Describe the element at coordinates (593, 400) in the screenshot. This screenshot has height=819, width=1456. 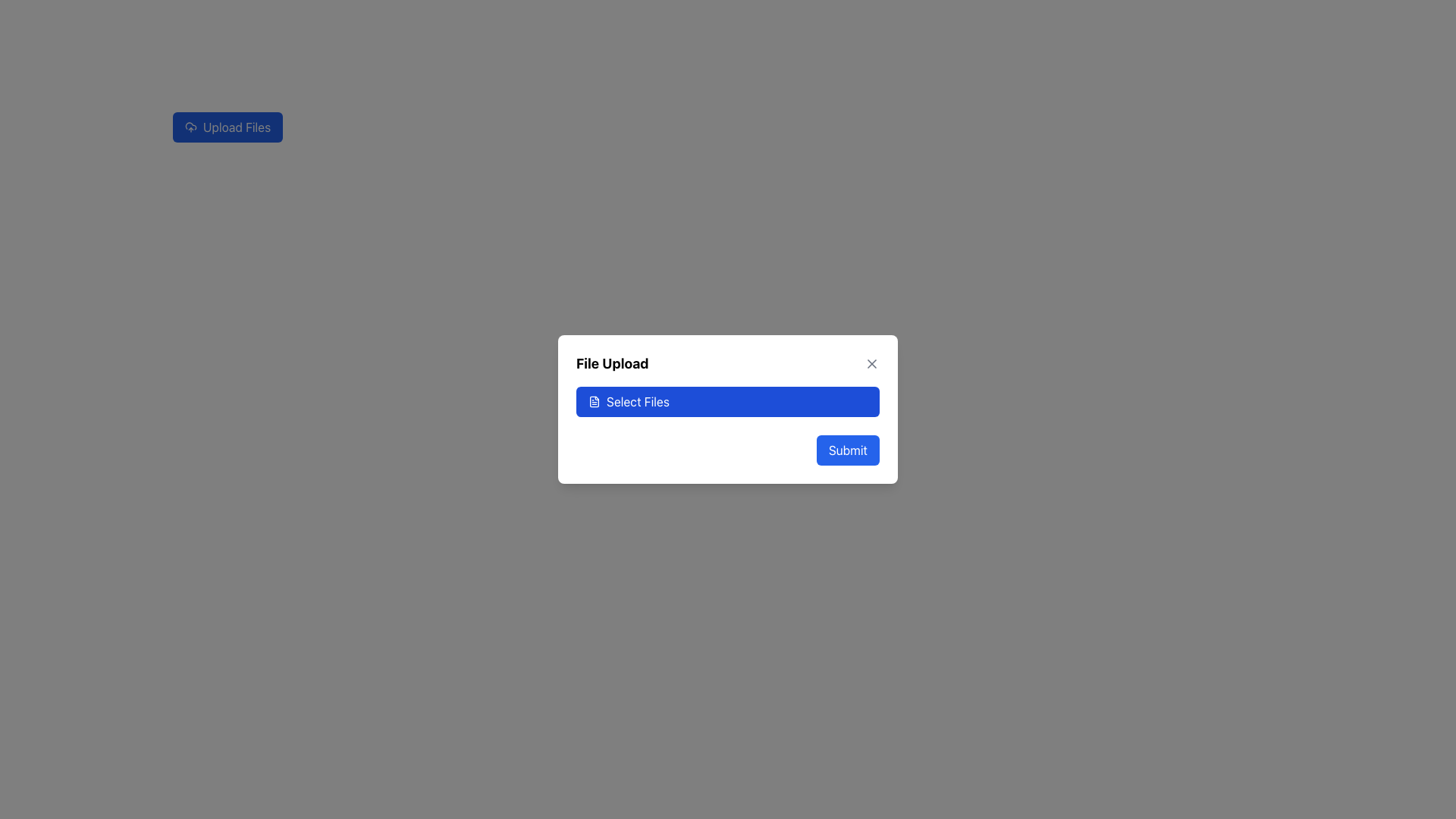
I see `the document icon located within the 'File Upload' modal, positioned to the left of the 'Select Files' button` at that location.